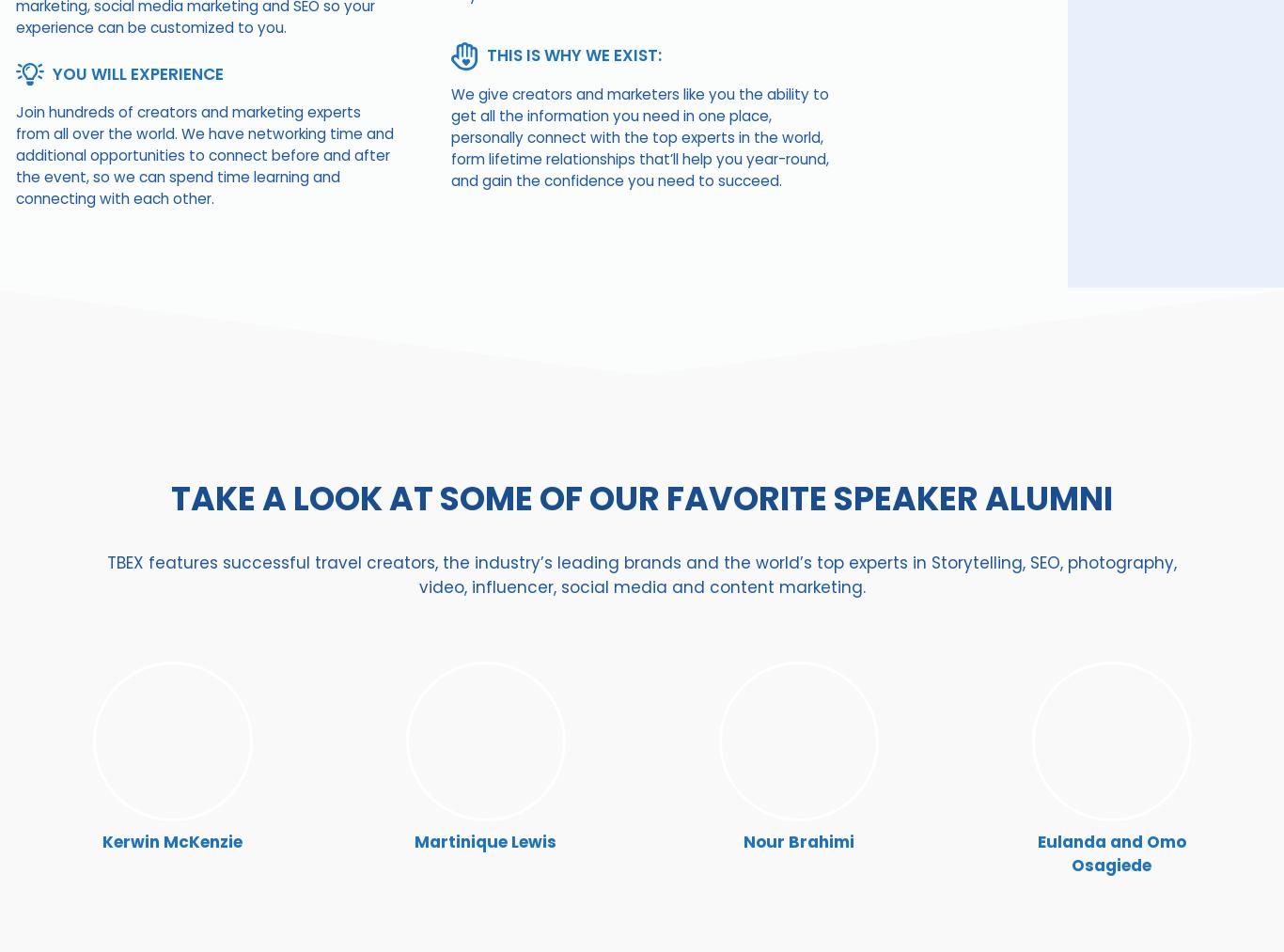 This screenshot has width=1284, height=952. What do you see at coordinates (642, 498) in the screenshot?
I see `'TAKE A LOOK AT Some of OUR Favorite SPEAKER alumni'` at bounding box center [642, 498].